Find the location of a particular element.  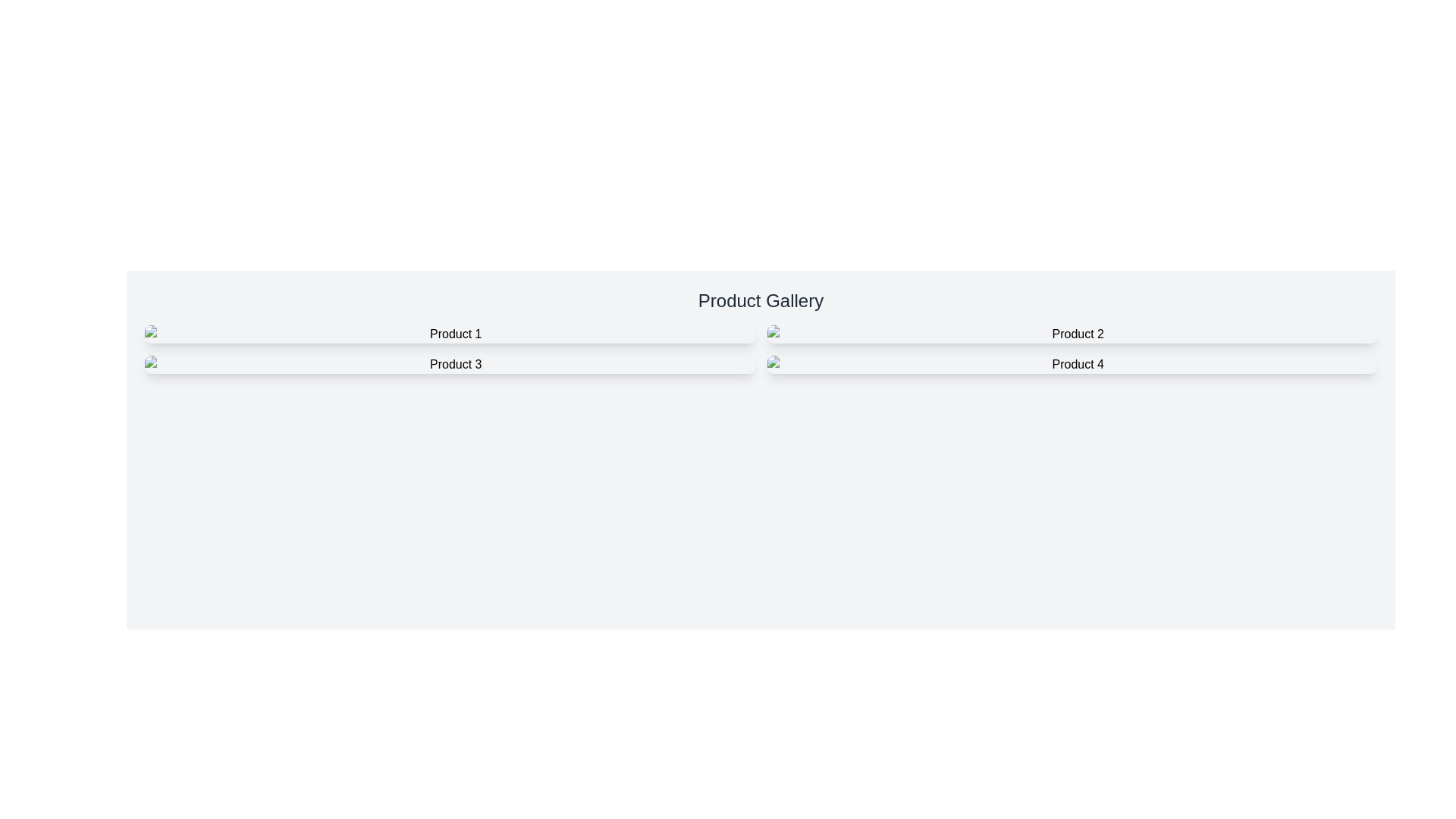

the second item in the first row of the 'Product Gallery' grid, which contains an image and text is located at coordinates (1071, 333).